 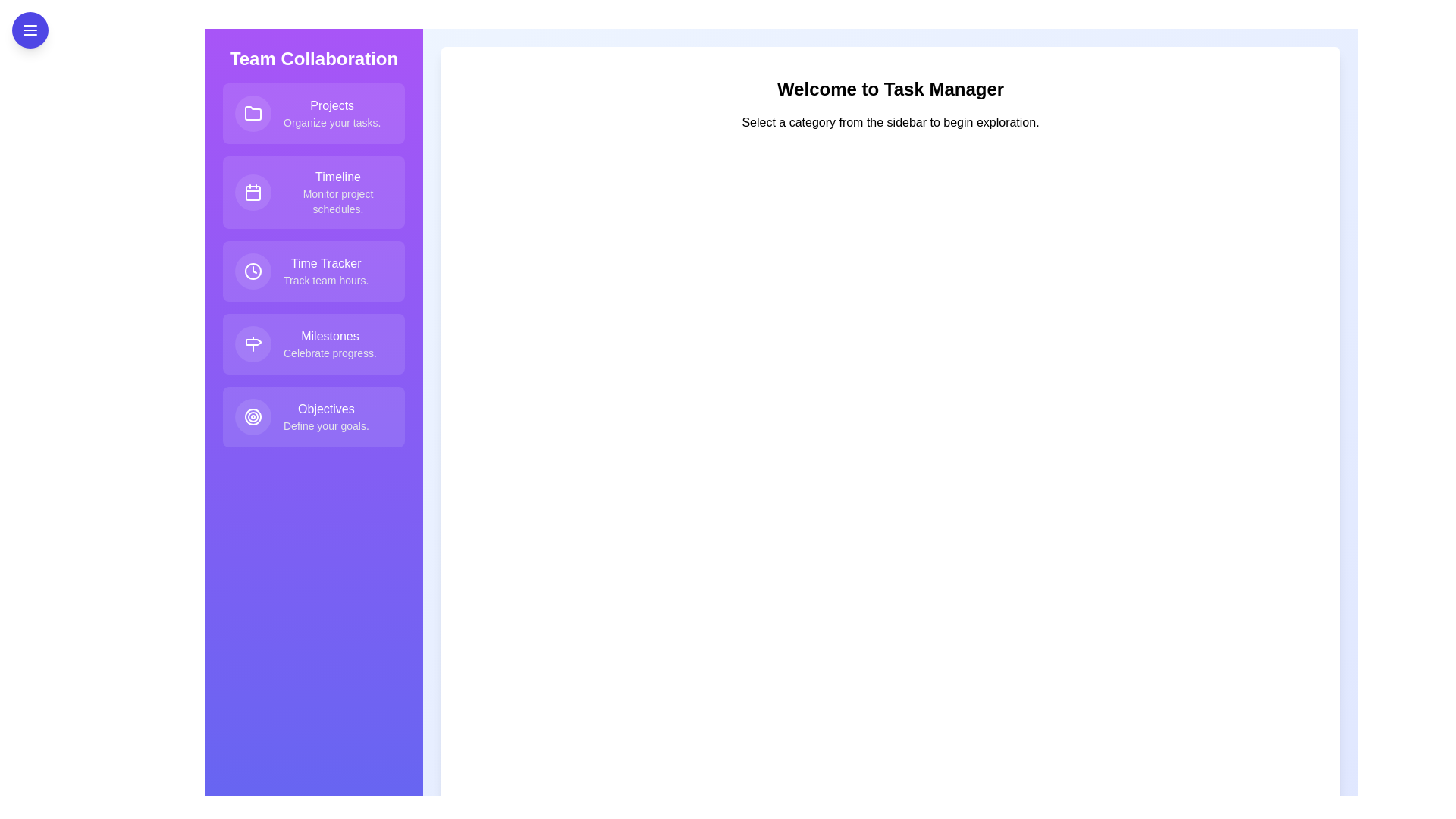 I want to click on the feature item Timeline from the list, so click(x=312, y=192).